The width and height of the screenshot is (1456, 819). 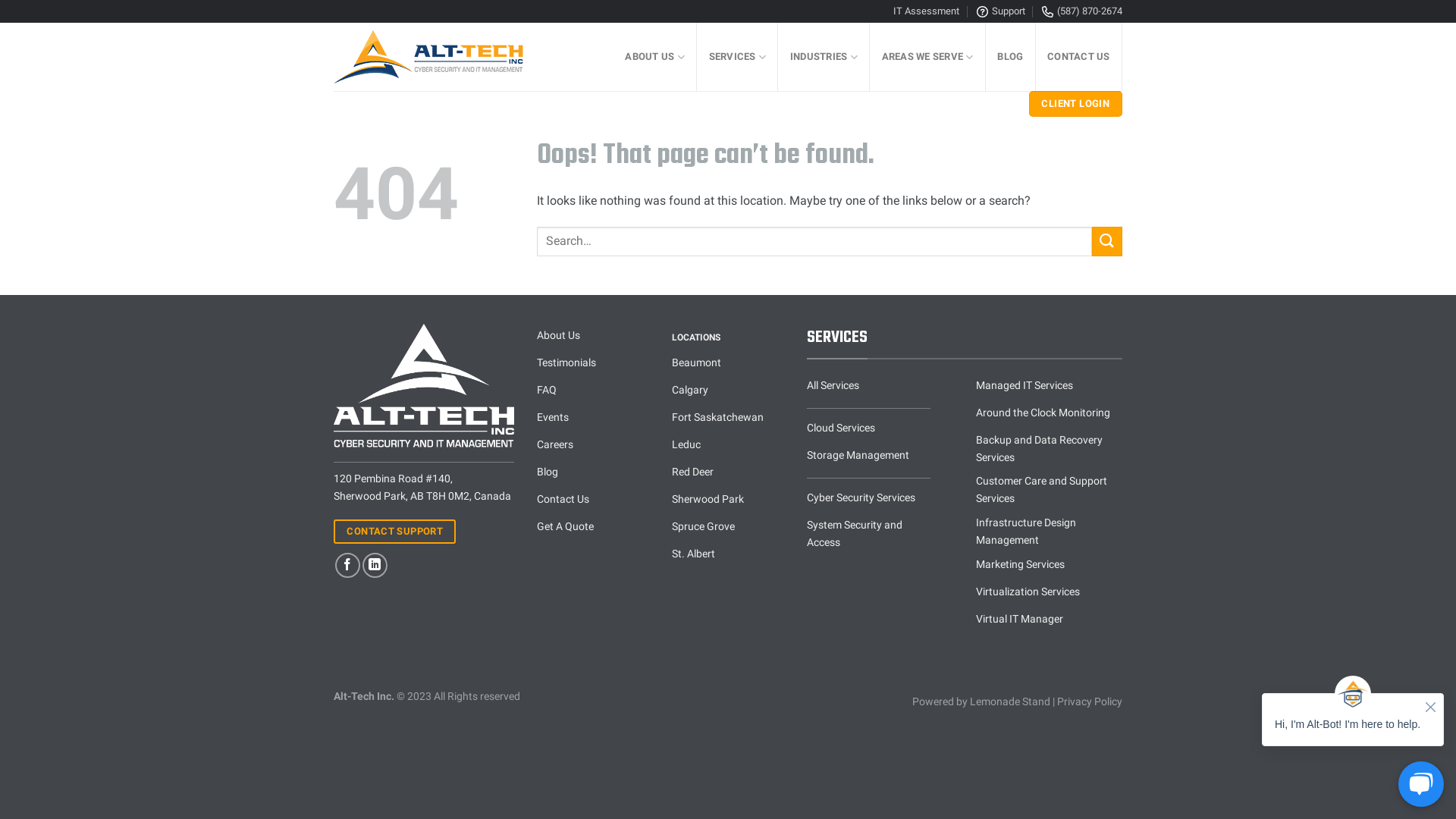 I want to click on 'Support', so click(x=1001, y=11).